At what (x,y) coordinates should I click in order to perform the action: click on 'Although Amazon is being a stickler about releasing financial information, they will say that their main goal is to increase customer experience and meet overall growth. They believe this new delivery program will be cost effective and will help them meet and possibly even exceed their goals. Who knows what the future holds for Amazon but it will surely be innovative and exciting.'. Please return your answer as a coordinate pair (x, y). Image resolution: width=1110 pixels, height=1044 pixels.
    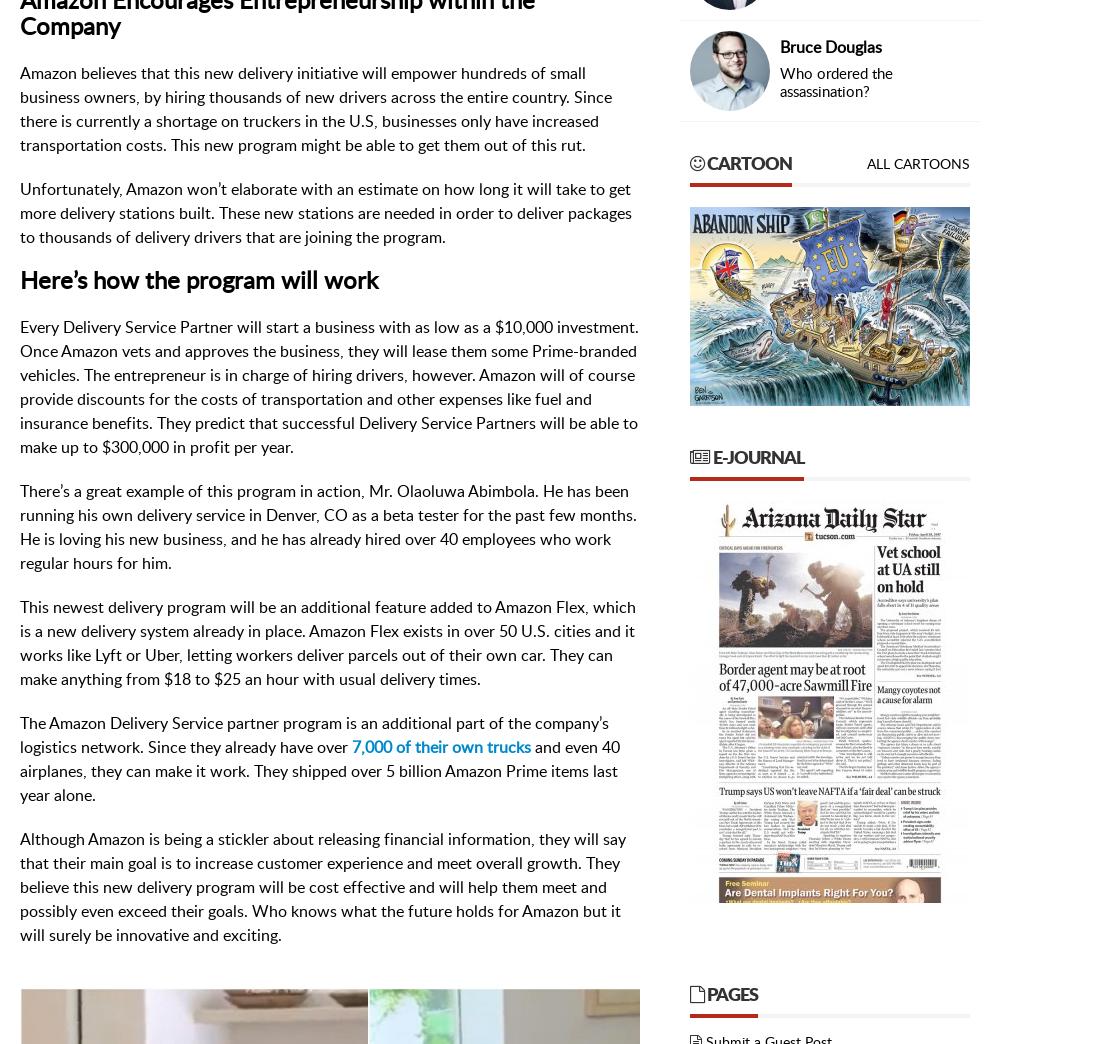
    Looking at the image, I should click on (322, 886).